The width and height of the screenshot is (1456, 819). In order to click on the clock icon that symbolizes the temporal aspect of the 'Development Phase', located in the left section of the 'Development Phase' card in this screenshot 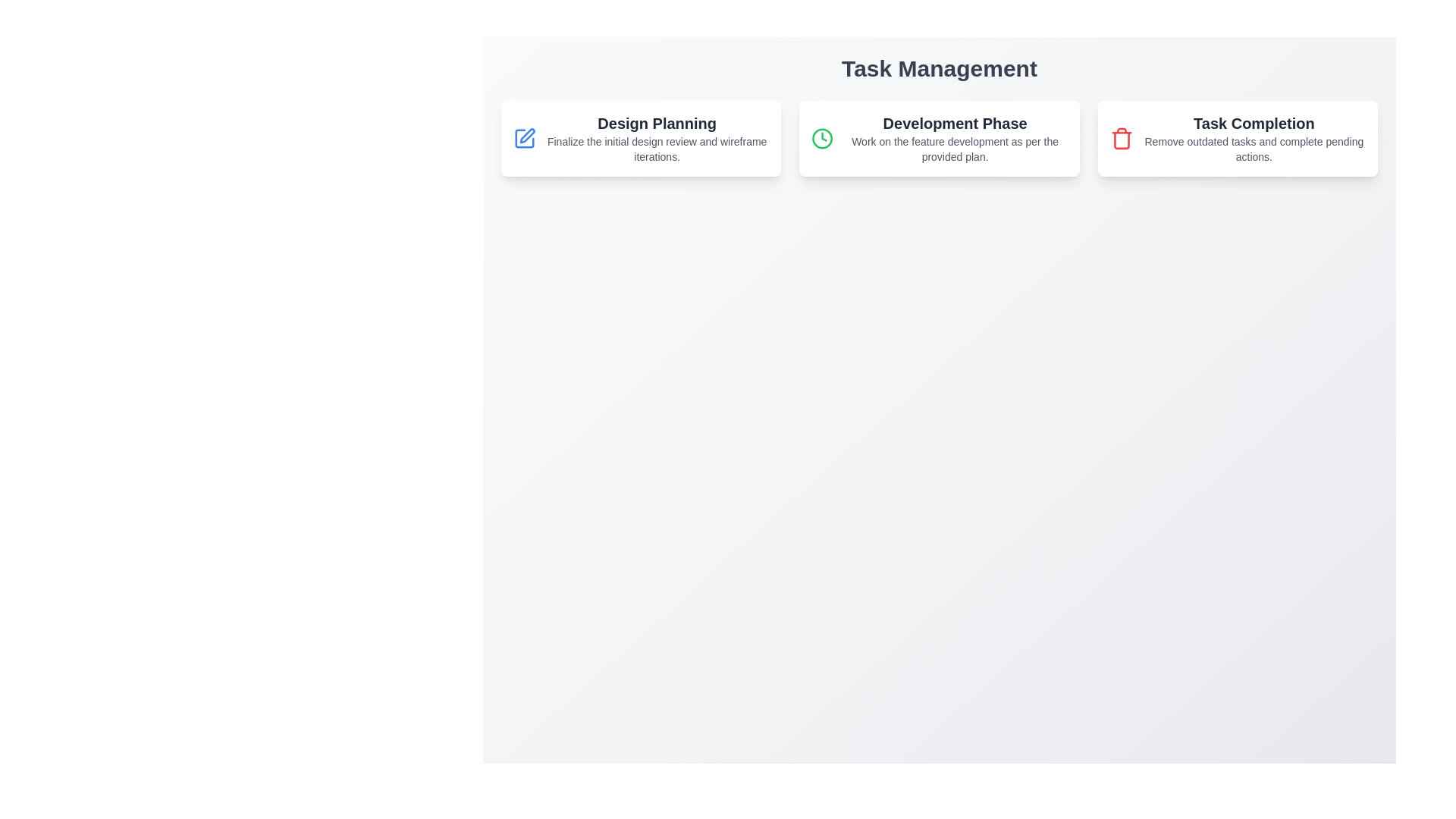, I will do `click(821, 138)`.